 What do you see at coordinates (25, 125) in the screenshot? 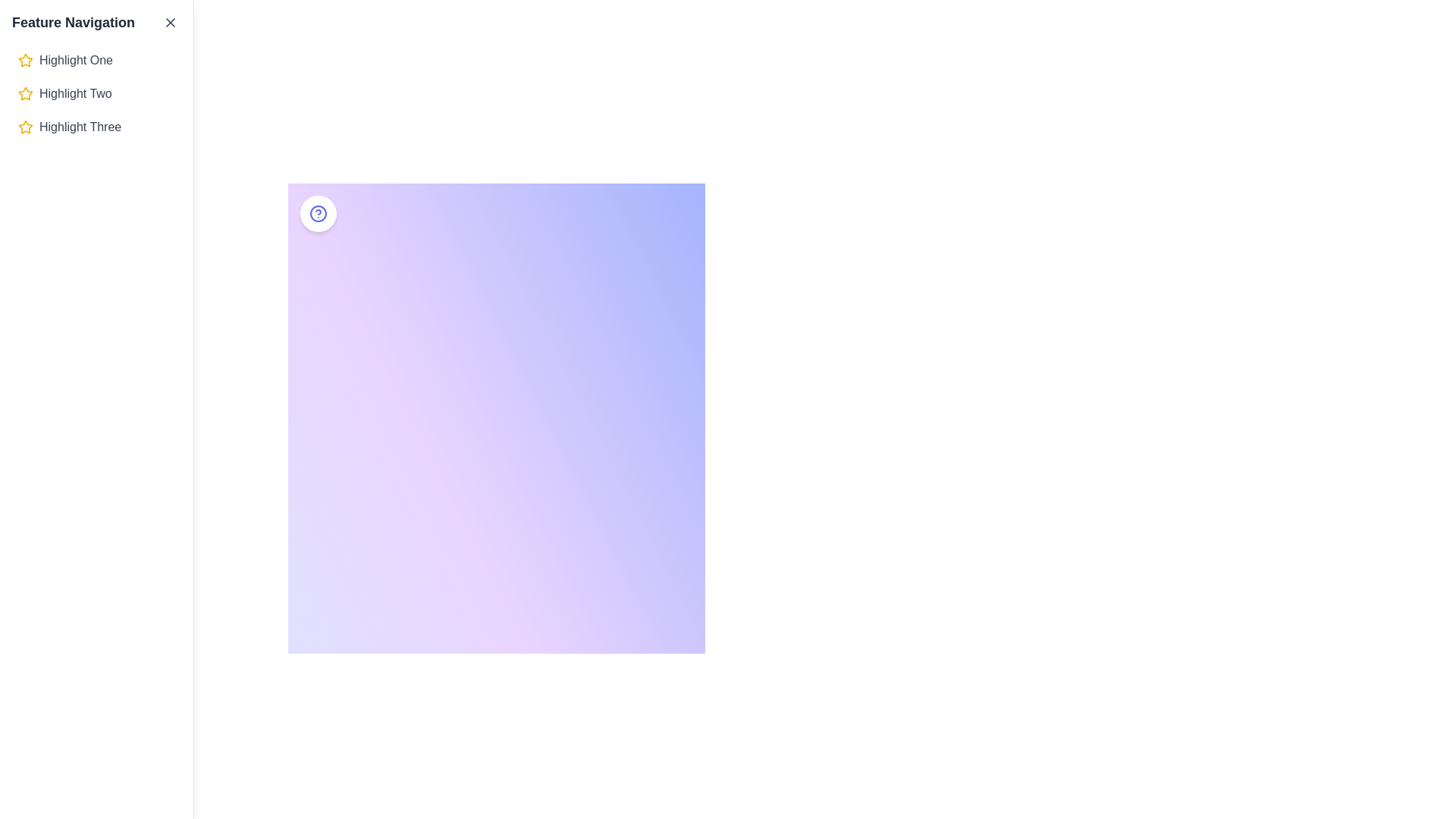
I see `the star icon located in the 'Feature Navigation' panel` at bounding box center [25, 125].